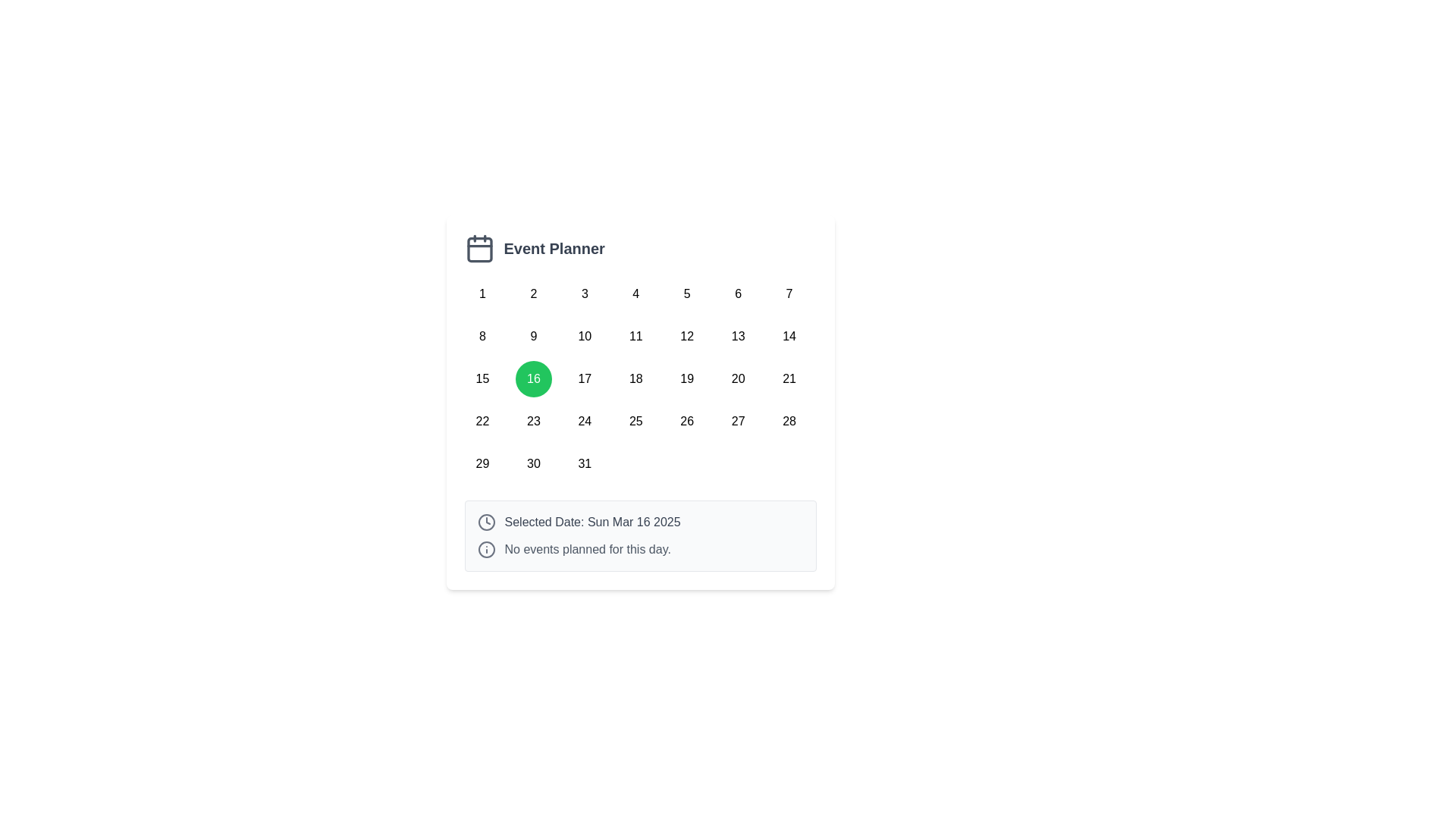 The width and height of the screenshot is (1456, 819). Describe the element at coordinates (482, 335) in the screenshot. I see `the circular button labeled '8' in the calendar grid` at that location.